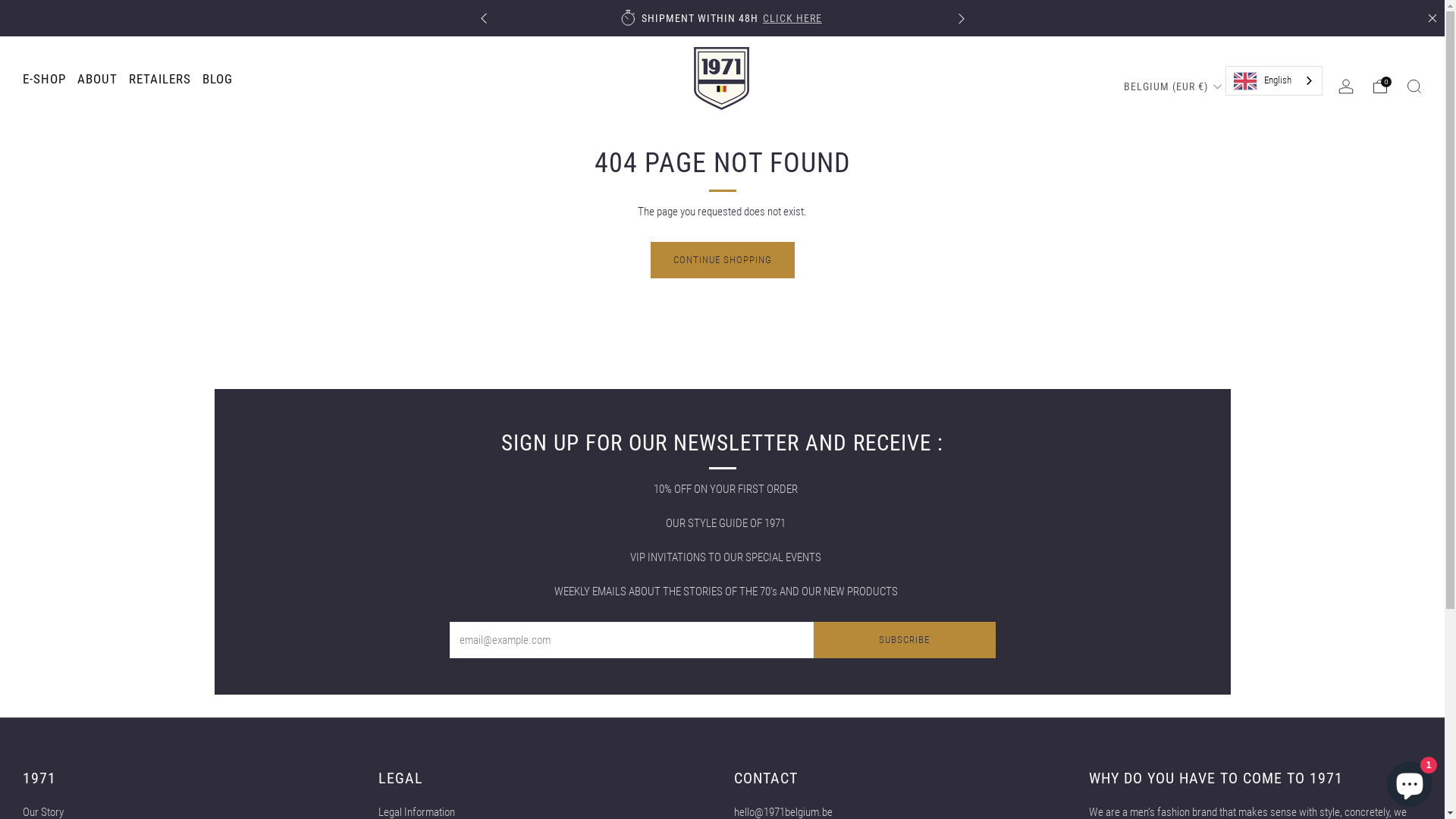 The height and width of the screenshot is (819, 1456). What do you see at coordinates (128, 79) in the screenshot?
I see `'RETAILERS'` at bounding box center [128, 79].